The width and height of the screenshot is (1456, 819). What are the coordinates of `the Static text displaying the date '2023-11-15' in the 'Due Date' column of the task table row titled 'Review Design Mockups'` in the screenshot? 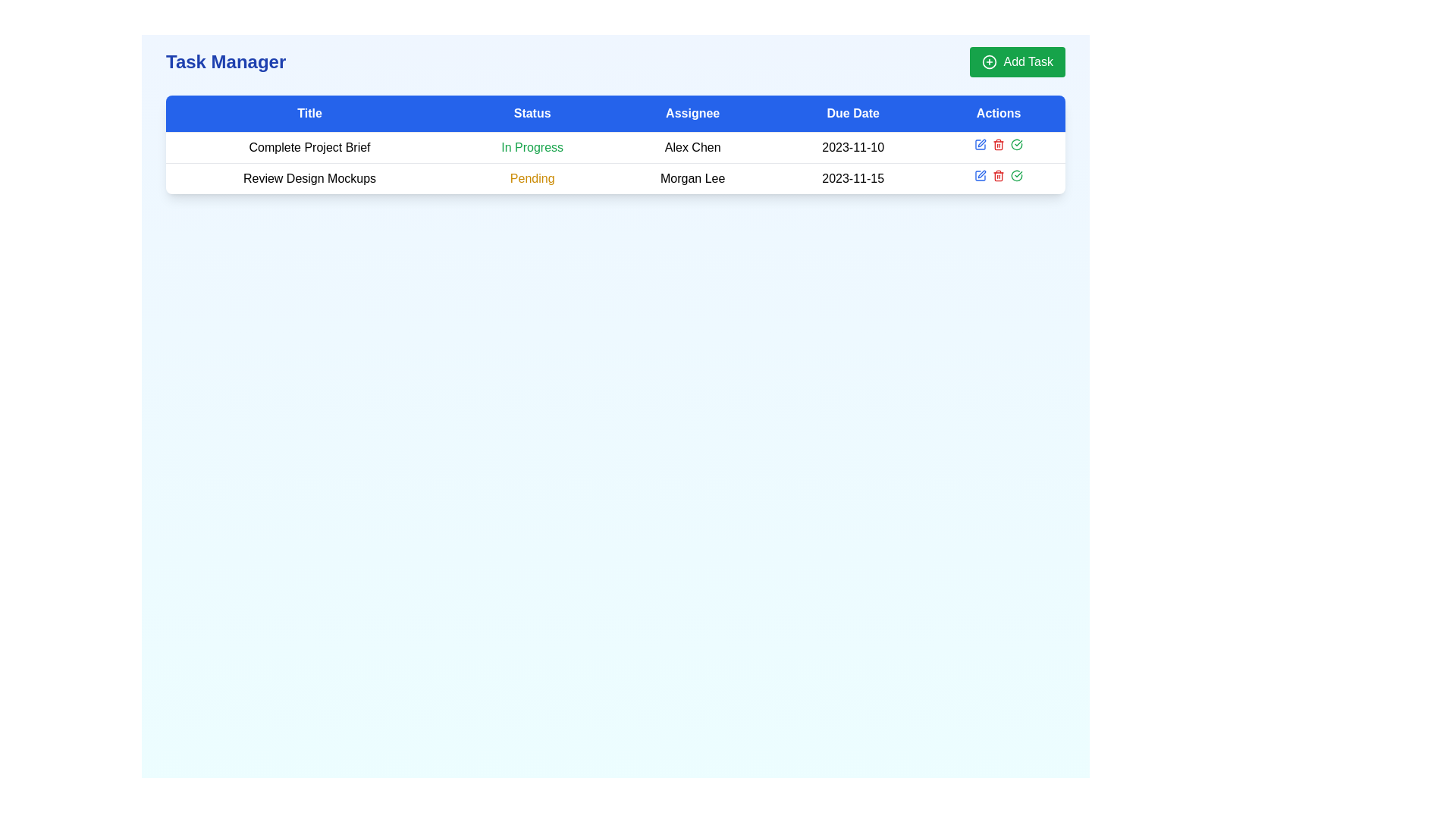 It's located at (853, 177).